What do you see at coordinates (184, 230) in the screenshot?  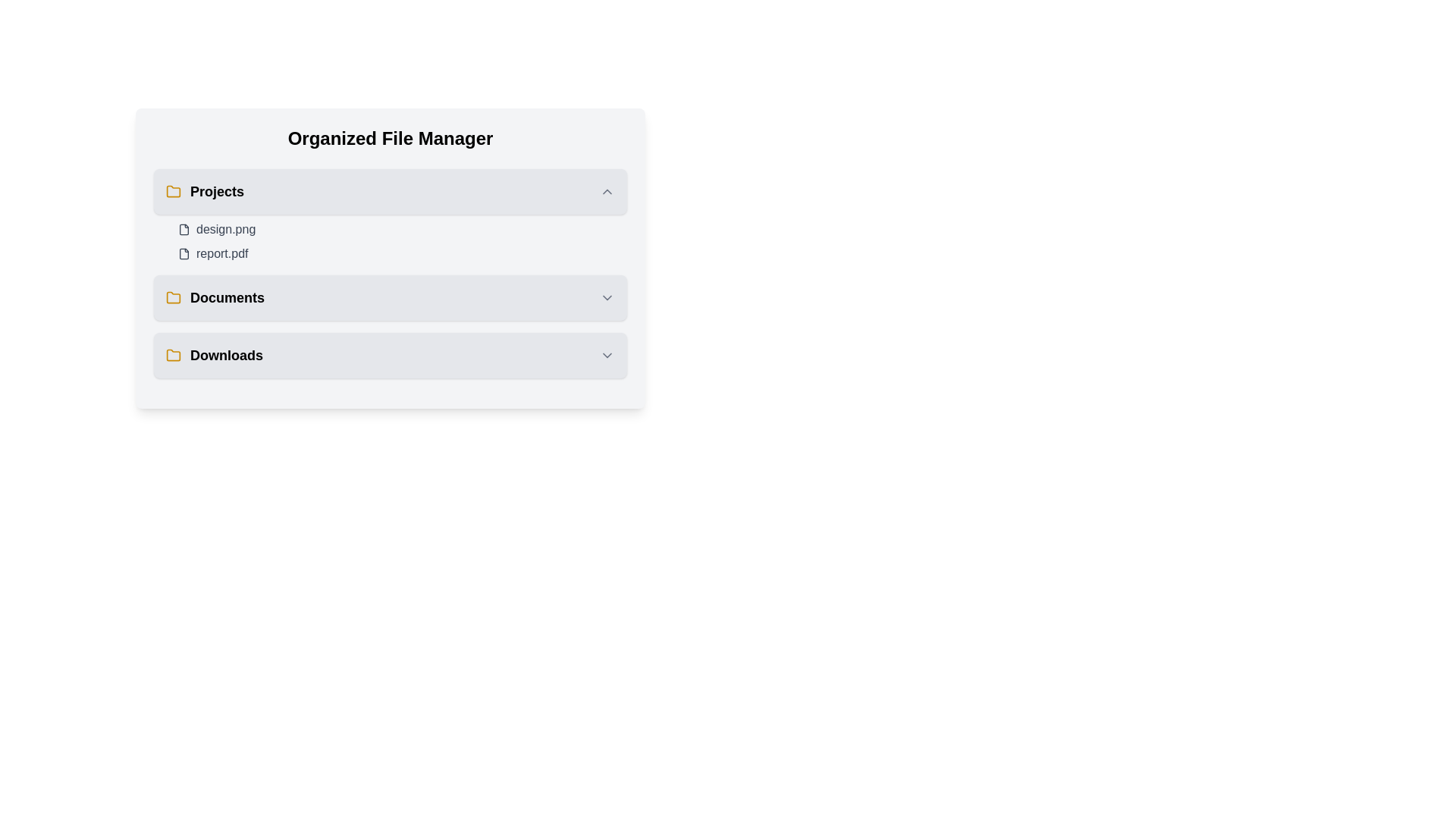 I see `the file 'design.png' within the 'Projects' folder` at bounding box center [184, 230].